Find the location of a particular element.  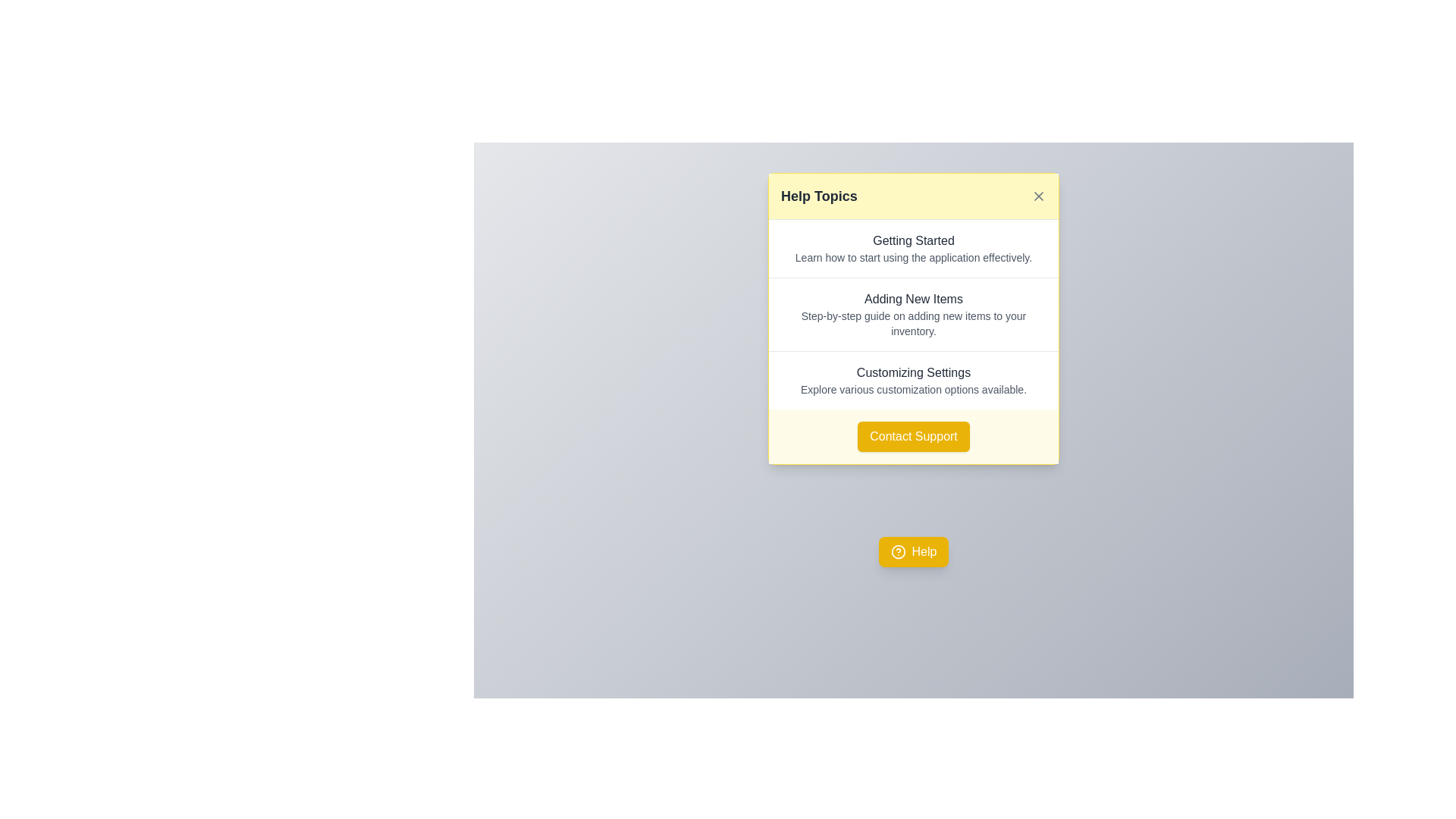

the text providing additional information explaining the content or purpose of the 'Adding New Items' heading, located in the middle of the yellow-highlighted 'Help Topics' section is located at coordinates (912, 323).